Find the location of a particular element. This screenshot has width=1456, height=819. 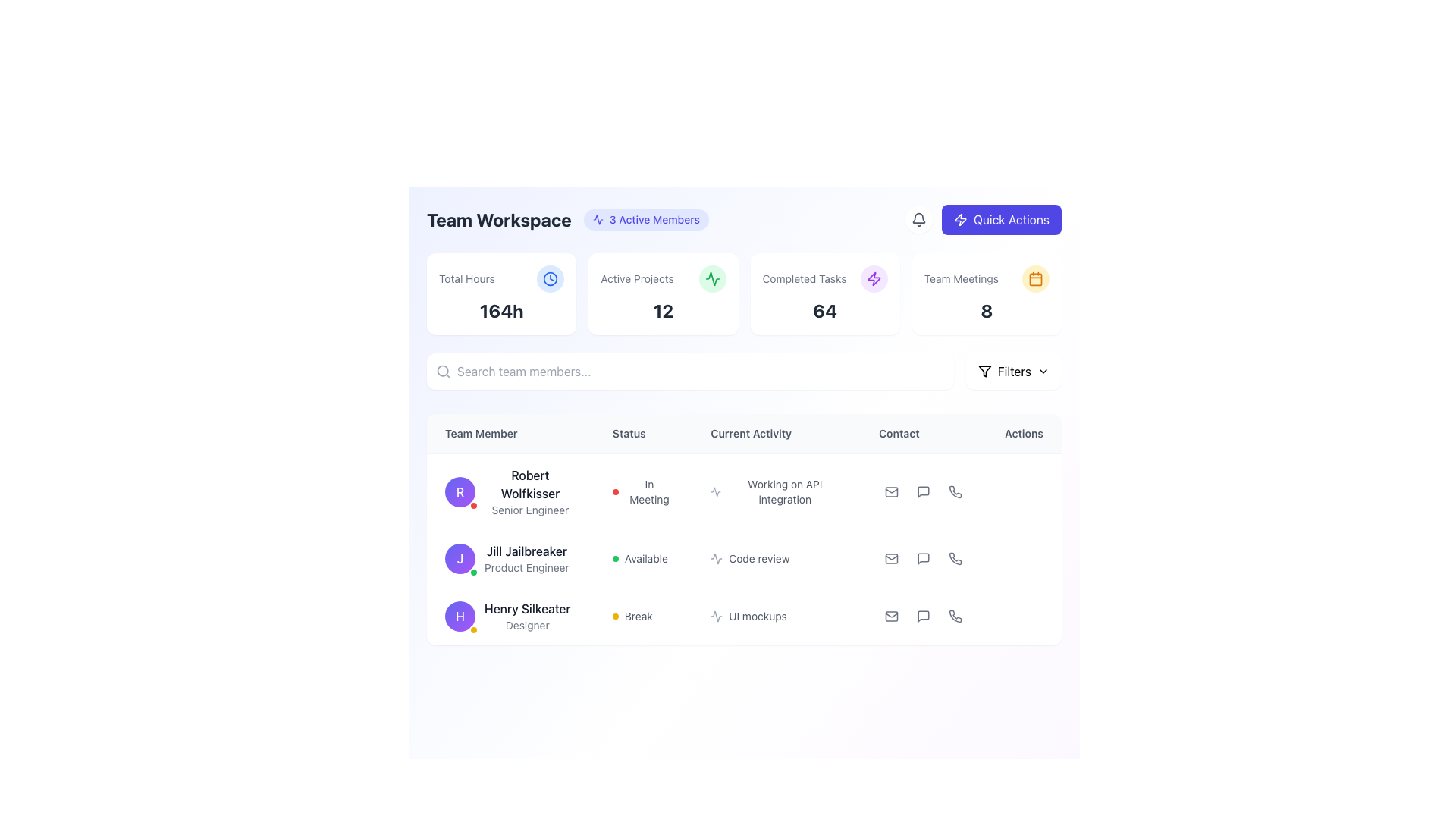

the ellipsis menu button located in the 'Actions' column of the table row for the team member 'Jill Jailbreaker' is located at coordinates (1024, 558).